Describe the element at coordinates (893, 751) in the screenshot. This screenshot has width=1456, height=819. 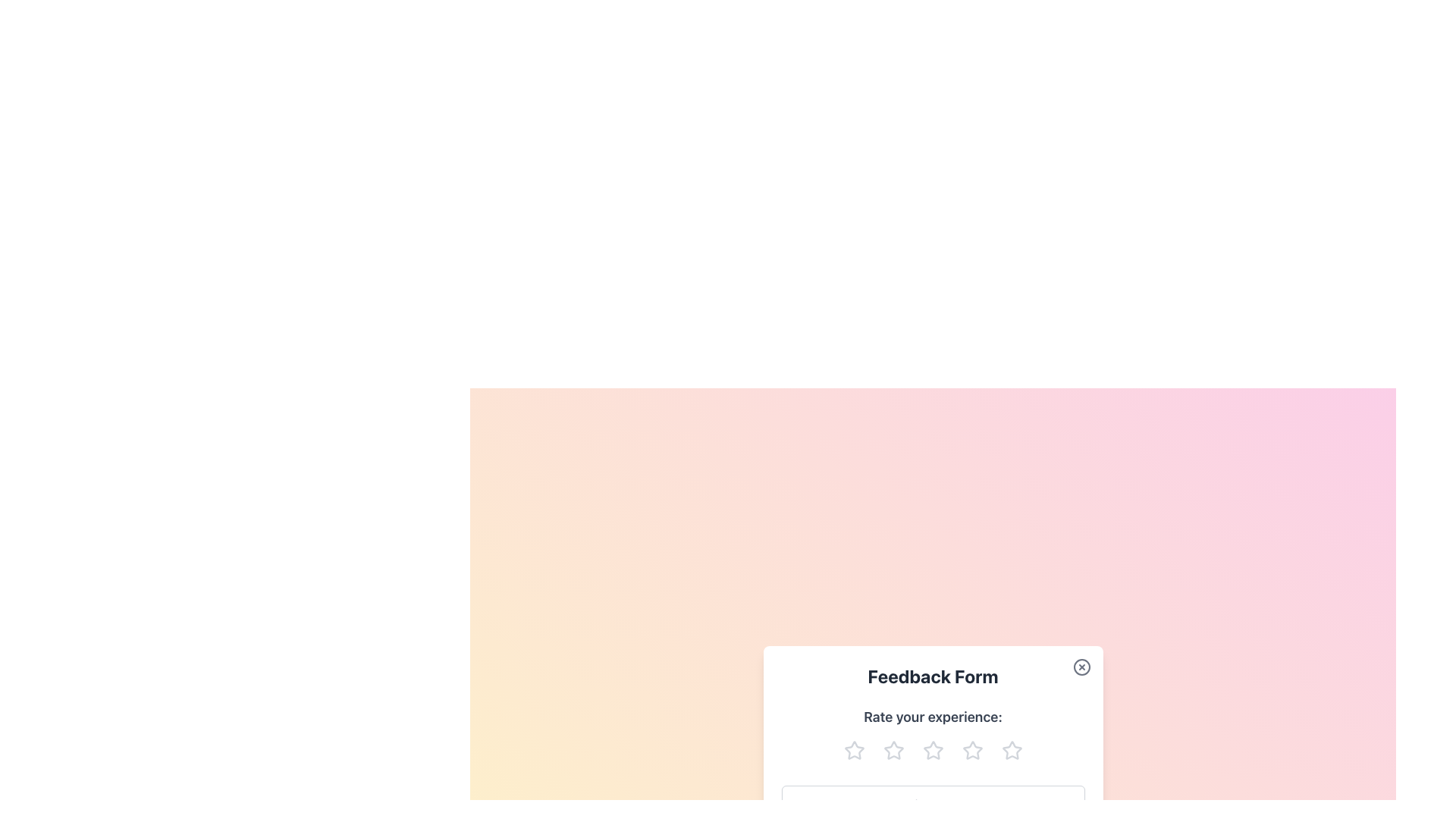
I see `the second star icon in the rating system` at that location.